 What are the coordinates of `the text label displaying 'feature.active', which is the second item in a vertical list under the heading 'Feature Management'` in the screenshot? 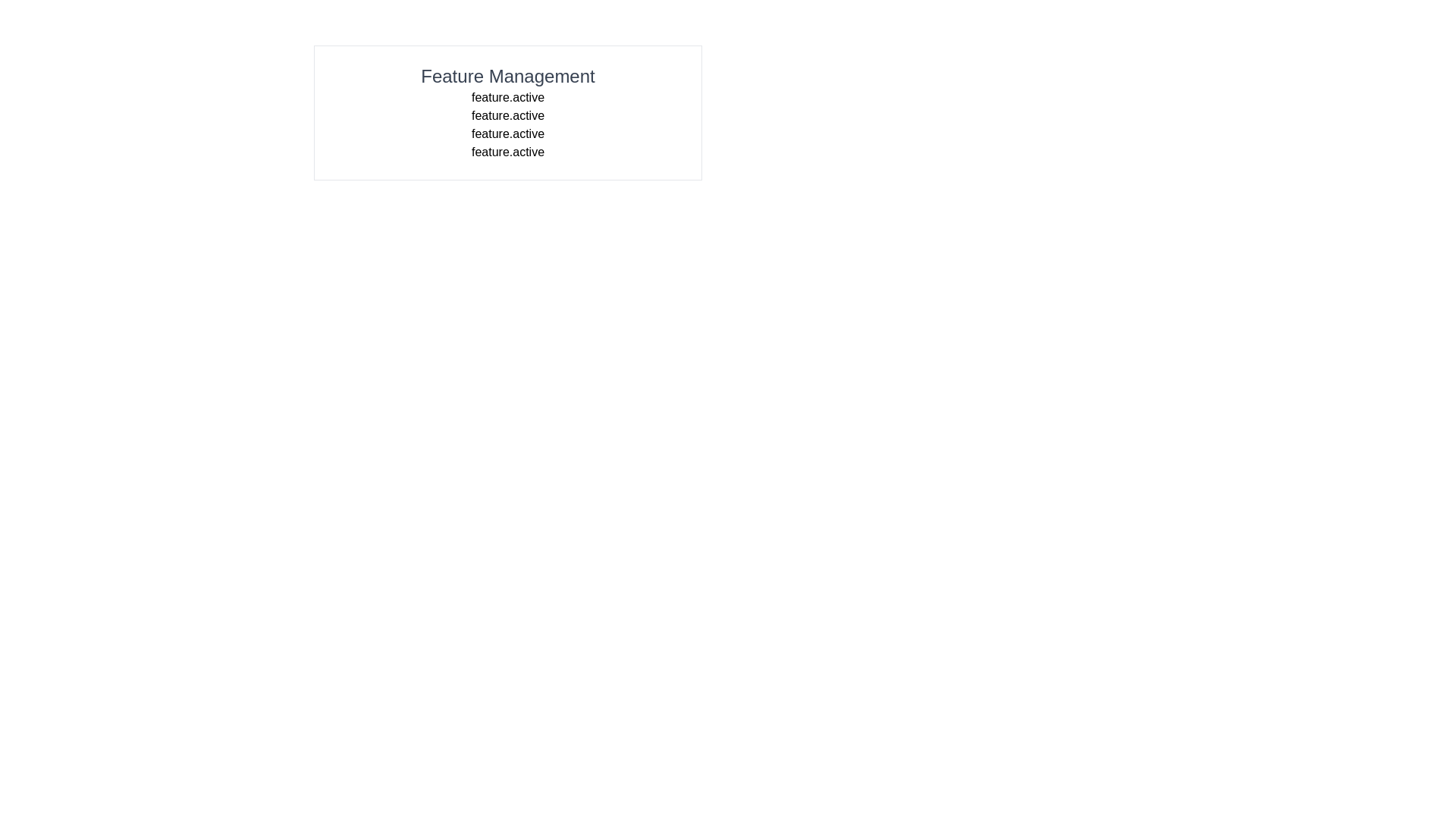 It's located at (508, 115).